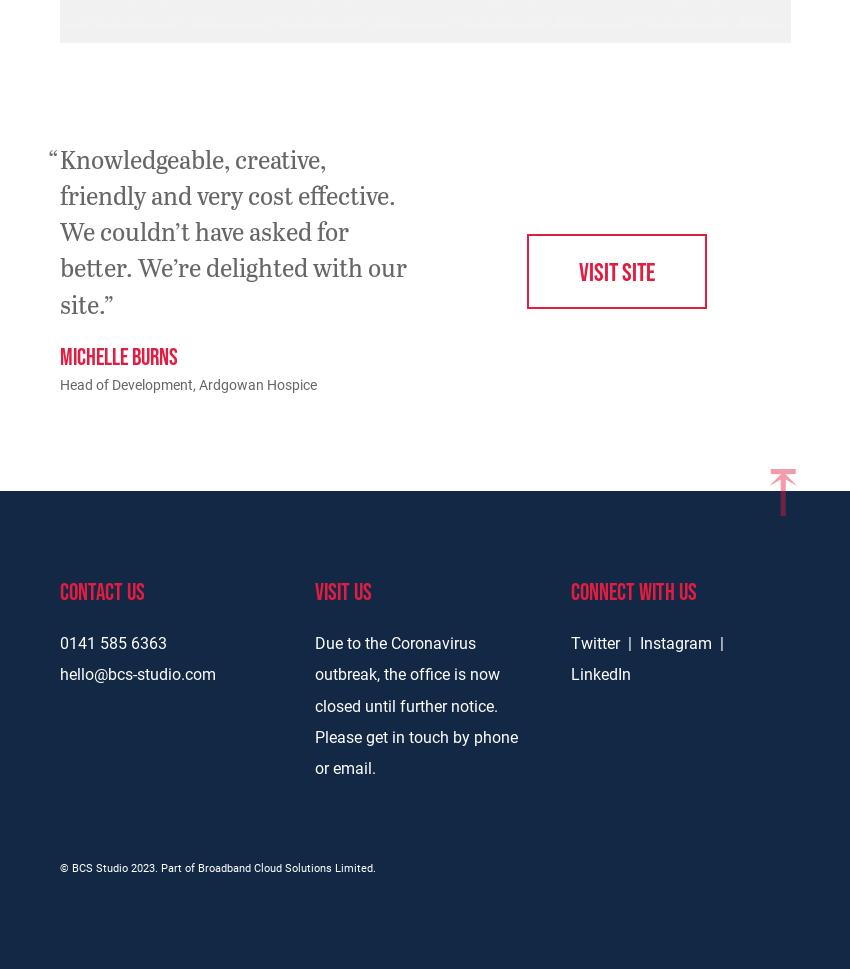  What do you see at coordinates (137, 672) in the screenshot?
I see `'hello@bcs-studio.com'` at bounding box center [137, 672].